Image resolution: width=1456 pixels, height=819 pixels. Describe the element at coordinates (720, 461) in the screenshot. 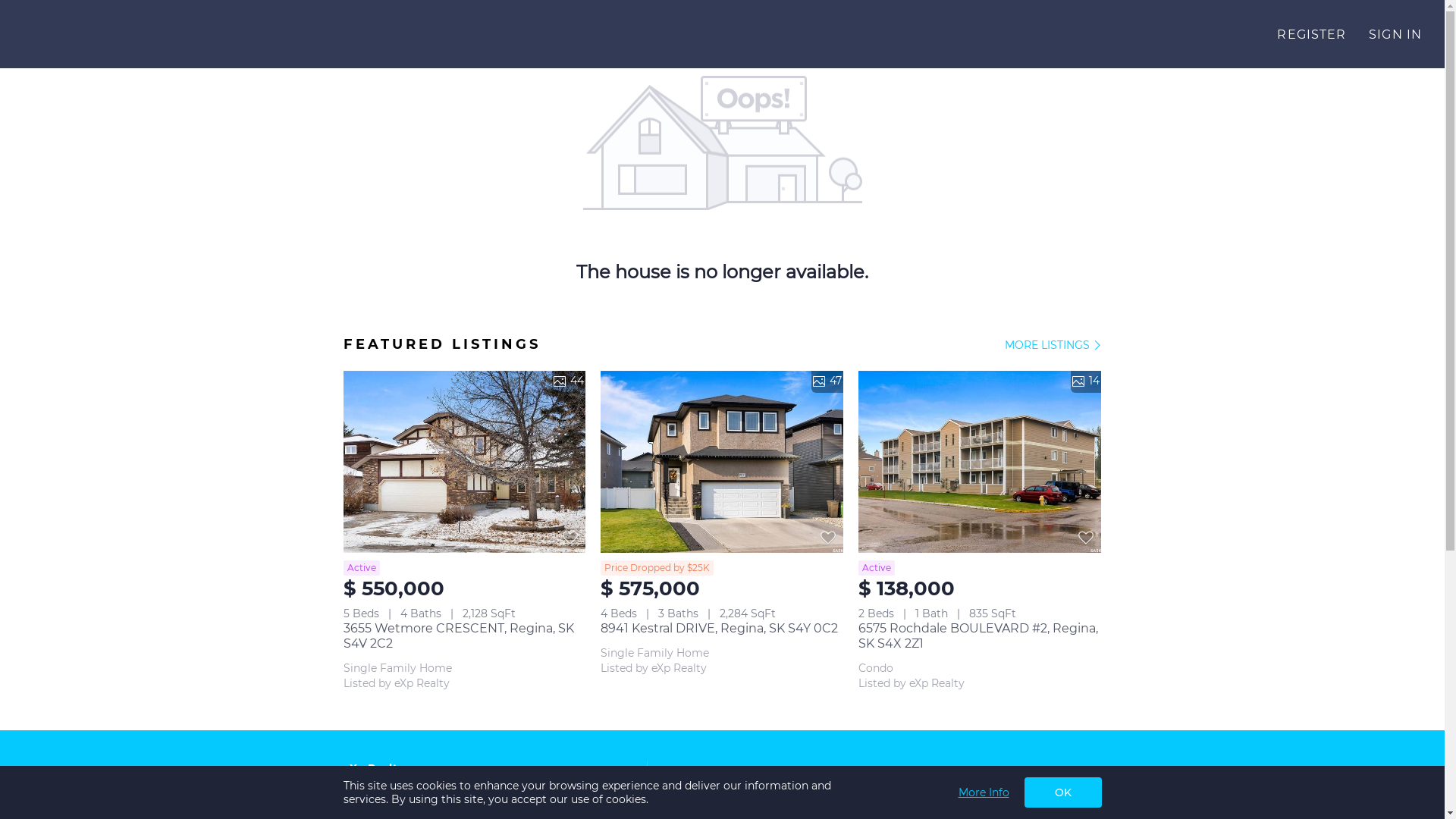

I see `'47'` at that location.